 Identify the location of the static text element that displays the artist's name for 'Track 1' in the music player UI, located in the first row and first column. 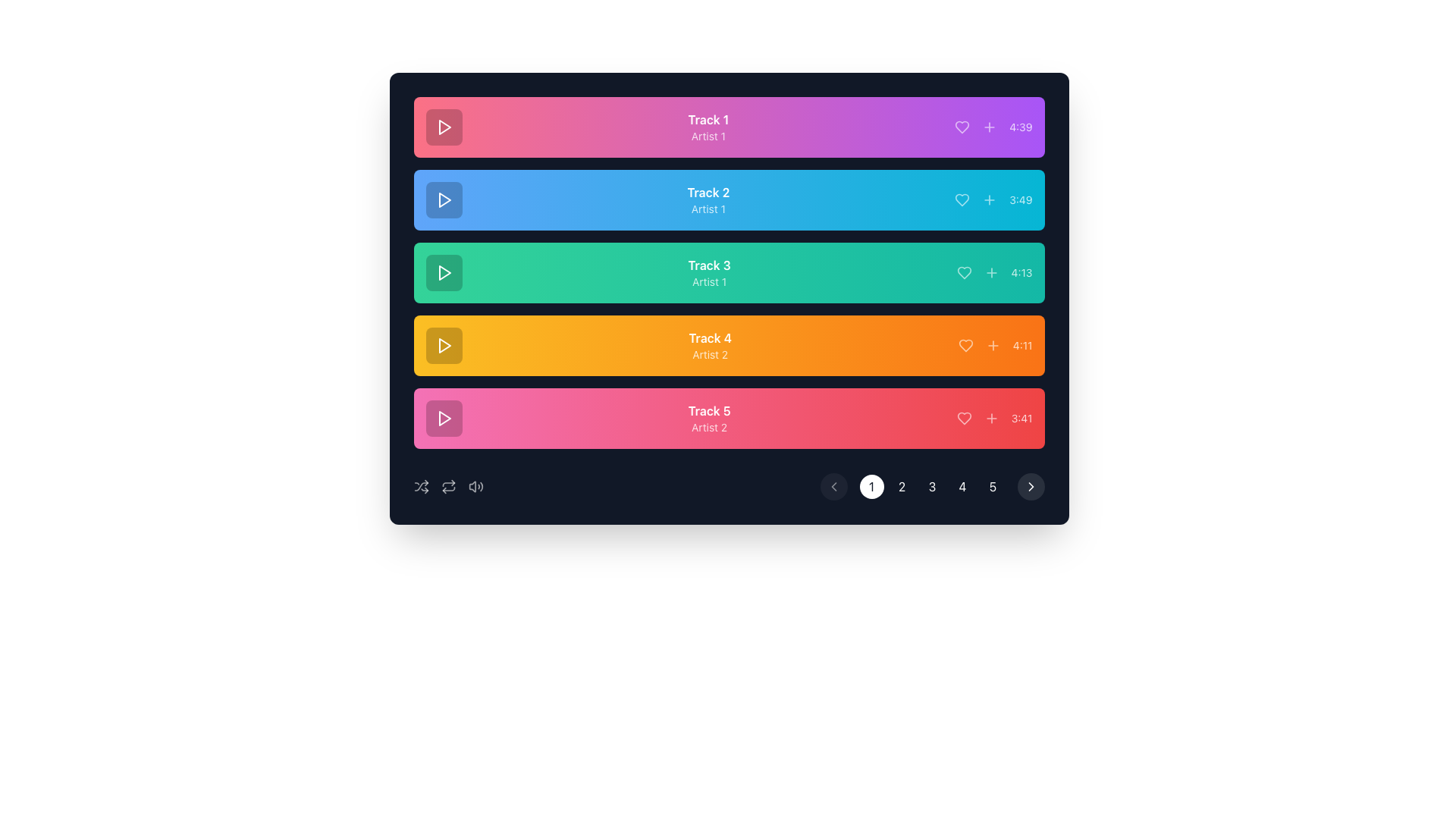
(708, 136).